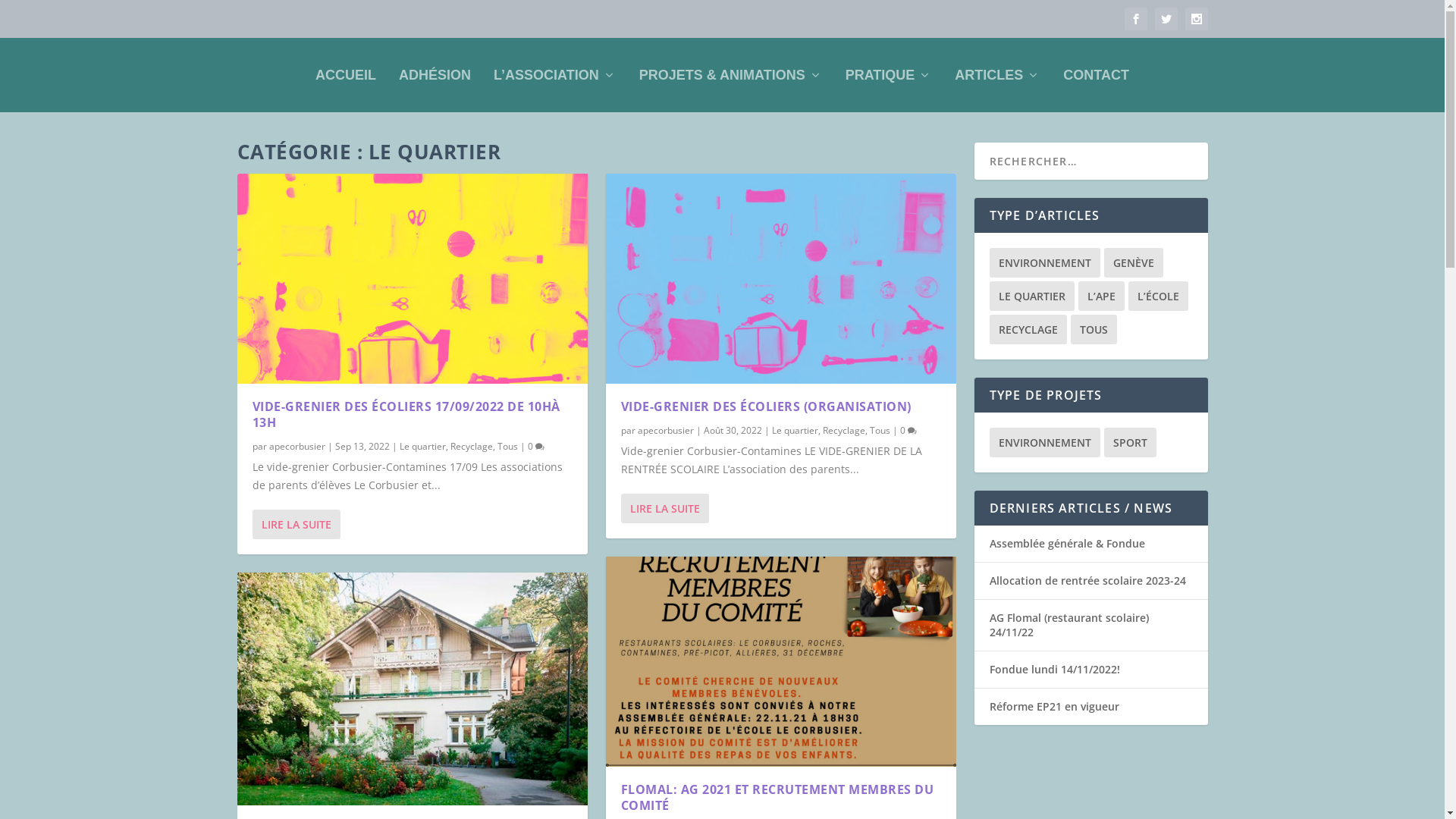 The width and height of the screenshot is (1456, 819). I want to click on 'Recyclage', so click(843, 430).